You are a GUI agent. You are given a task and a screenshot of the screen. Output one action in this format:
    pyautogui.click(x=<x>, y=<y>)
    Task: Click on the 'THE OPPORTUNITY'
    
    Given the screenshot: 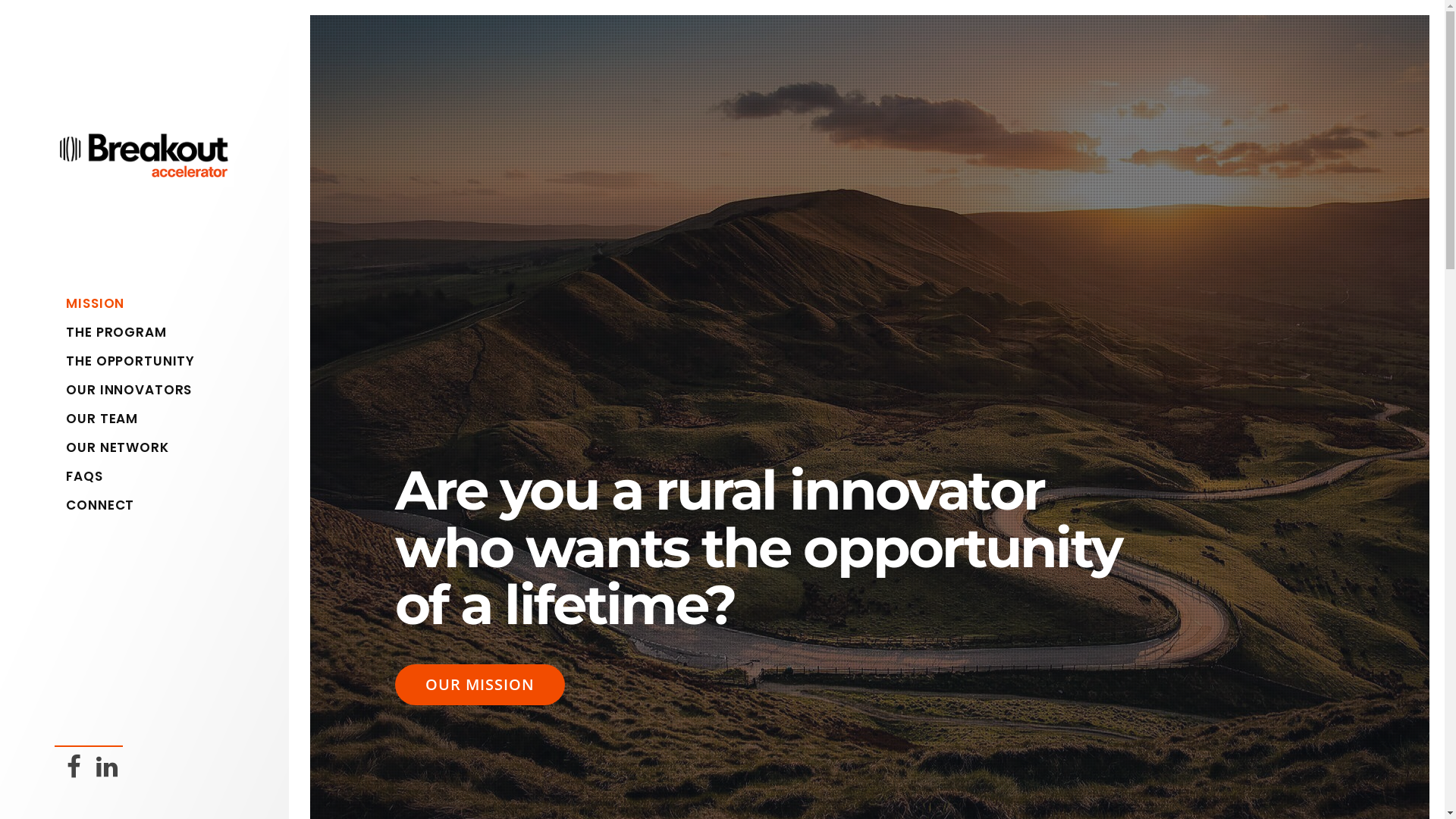 What is the action you would take?
    pyautogui.click(x=149, y=360)
    